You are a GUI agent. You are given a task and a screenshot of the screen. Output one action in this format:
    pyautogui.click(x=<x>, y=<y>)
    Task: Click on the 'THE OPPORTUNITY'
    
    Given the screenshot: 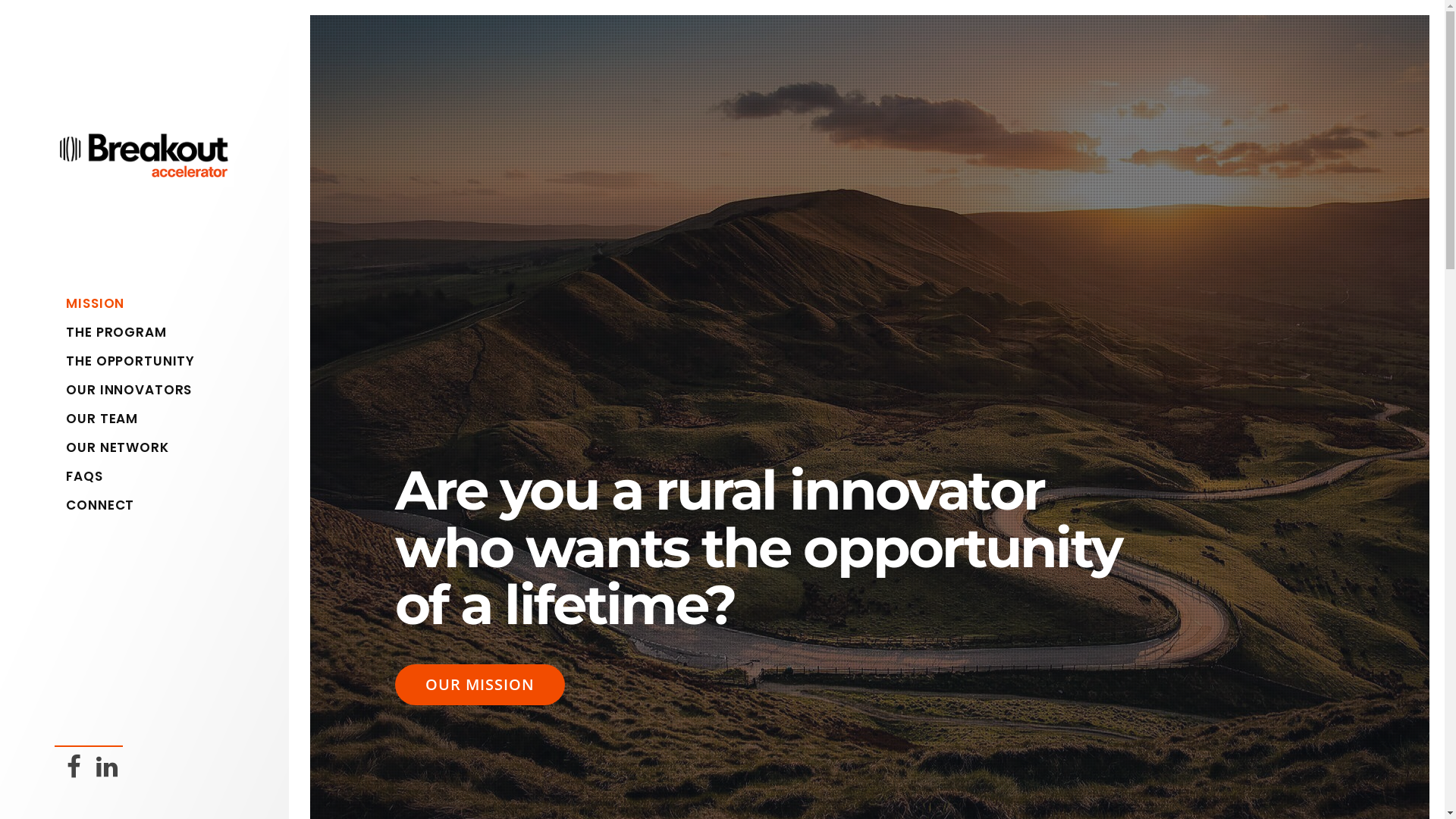 What is the action you would take?
    pyautogui.click(x=149, y=360)
    